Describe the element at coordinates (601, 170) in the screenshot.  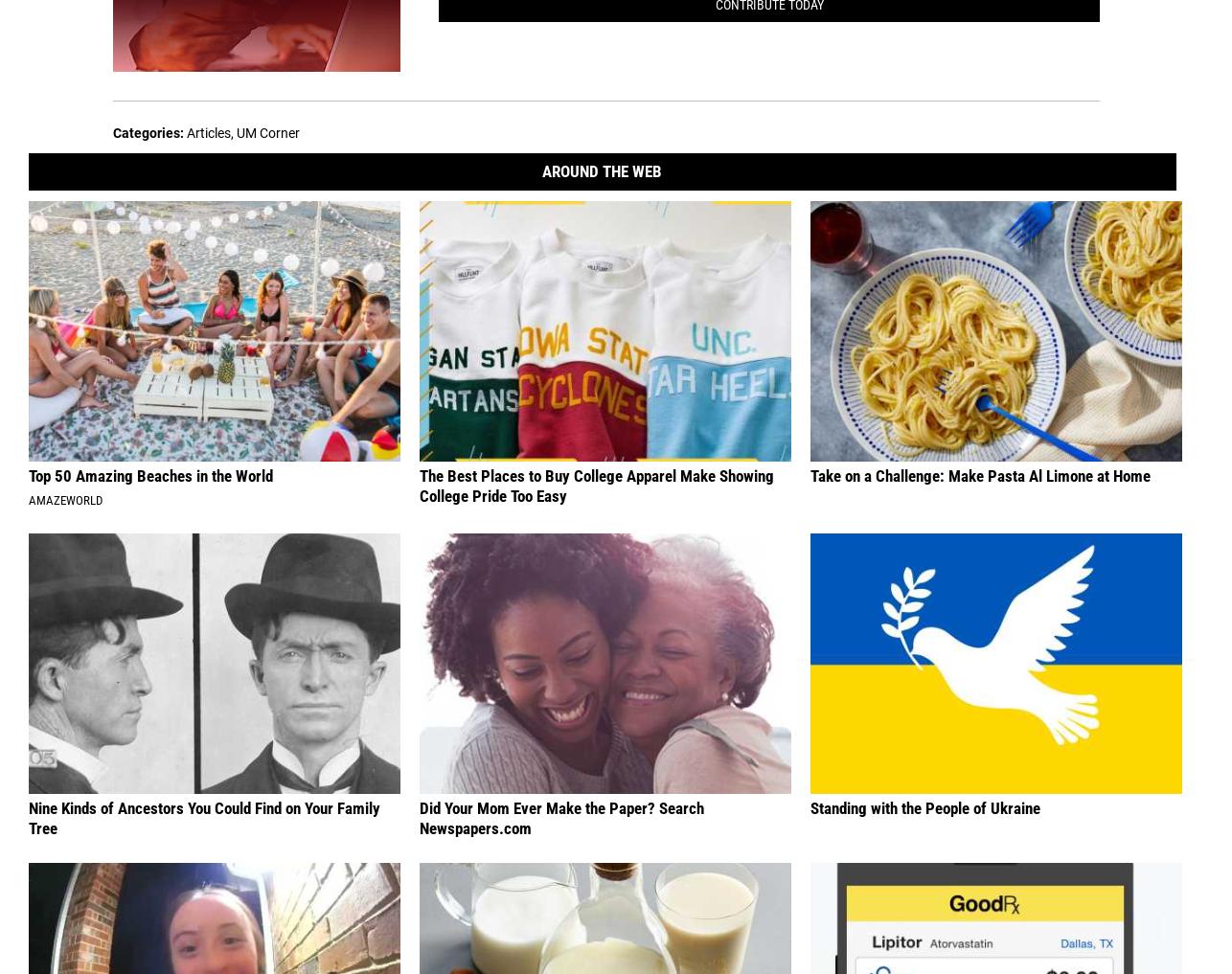
I see `'Around The Web'` at that location.